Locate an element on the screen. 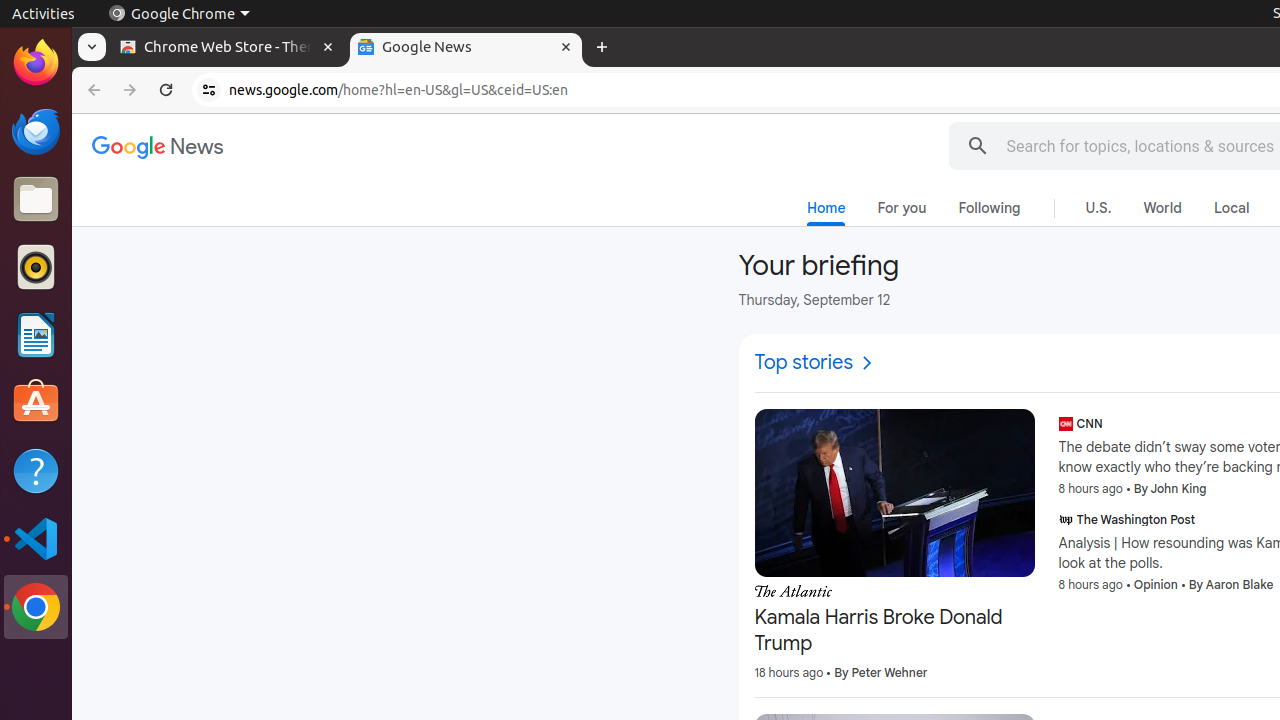 The image size is (1280, 720). 'Help' is located at coordinates (35, 471).